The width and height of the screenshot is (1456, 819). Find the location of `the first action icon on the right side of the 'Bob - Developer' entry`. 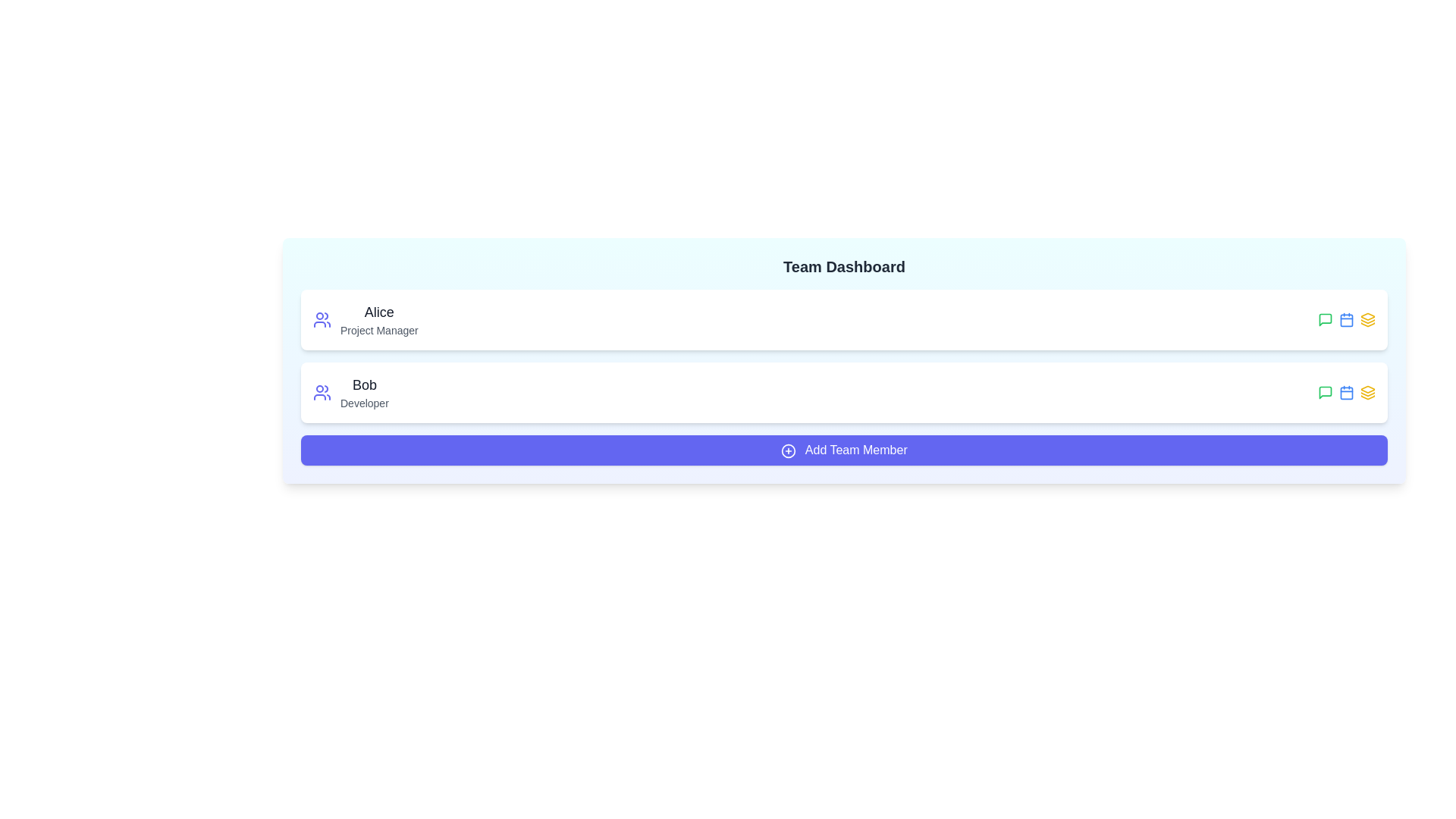

the first action icon on the right side of the 'Bob - Developer' entry is located at coordinates (1324, 318).